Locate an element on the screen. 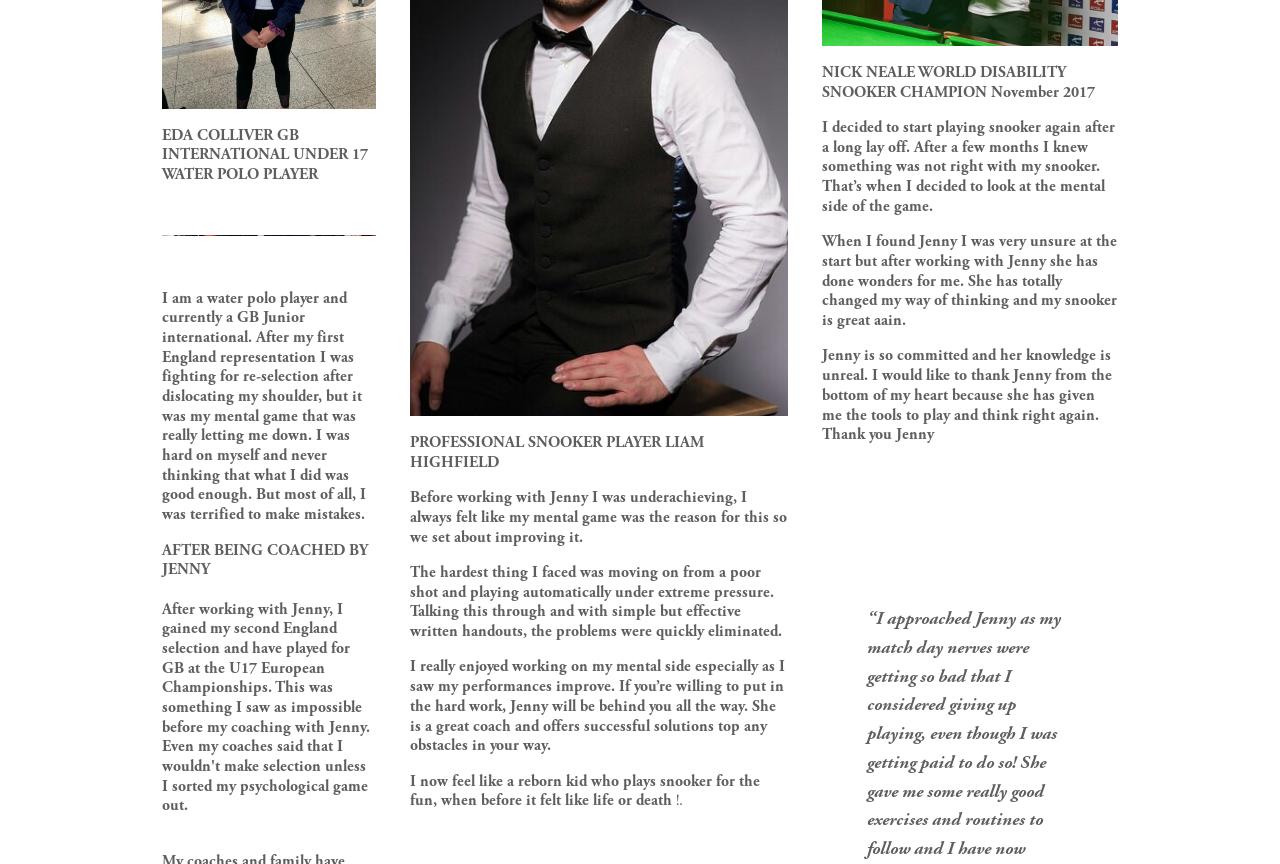  'I really enjoyed working on my mental side especially as I saw my performances improve. If you’re willing to put in the hard work, Jenny will be behind you all the way. She is a great coach and offers successful solutions top any obstacles in your way.' is located at coordinates (597, 706).